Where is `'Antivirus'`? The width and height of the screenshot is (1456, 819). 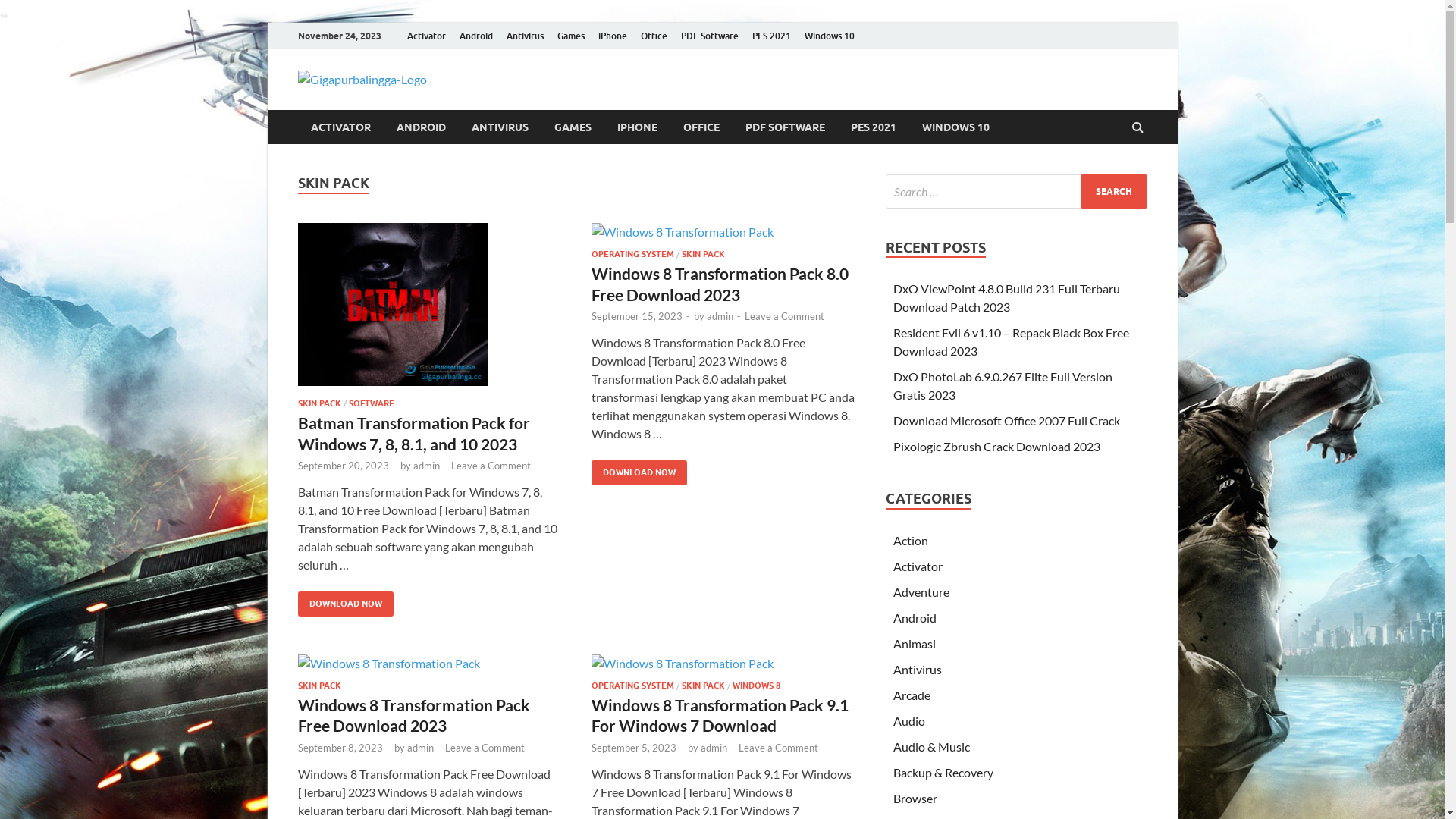
'Antivirus' is located at coordinates (498, 35).